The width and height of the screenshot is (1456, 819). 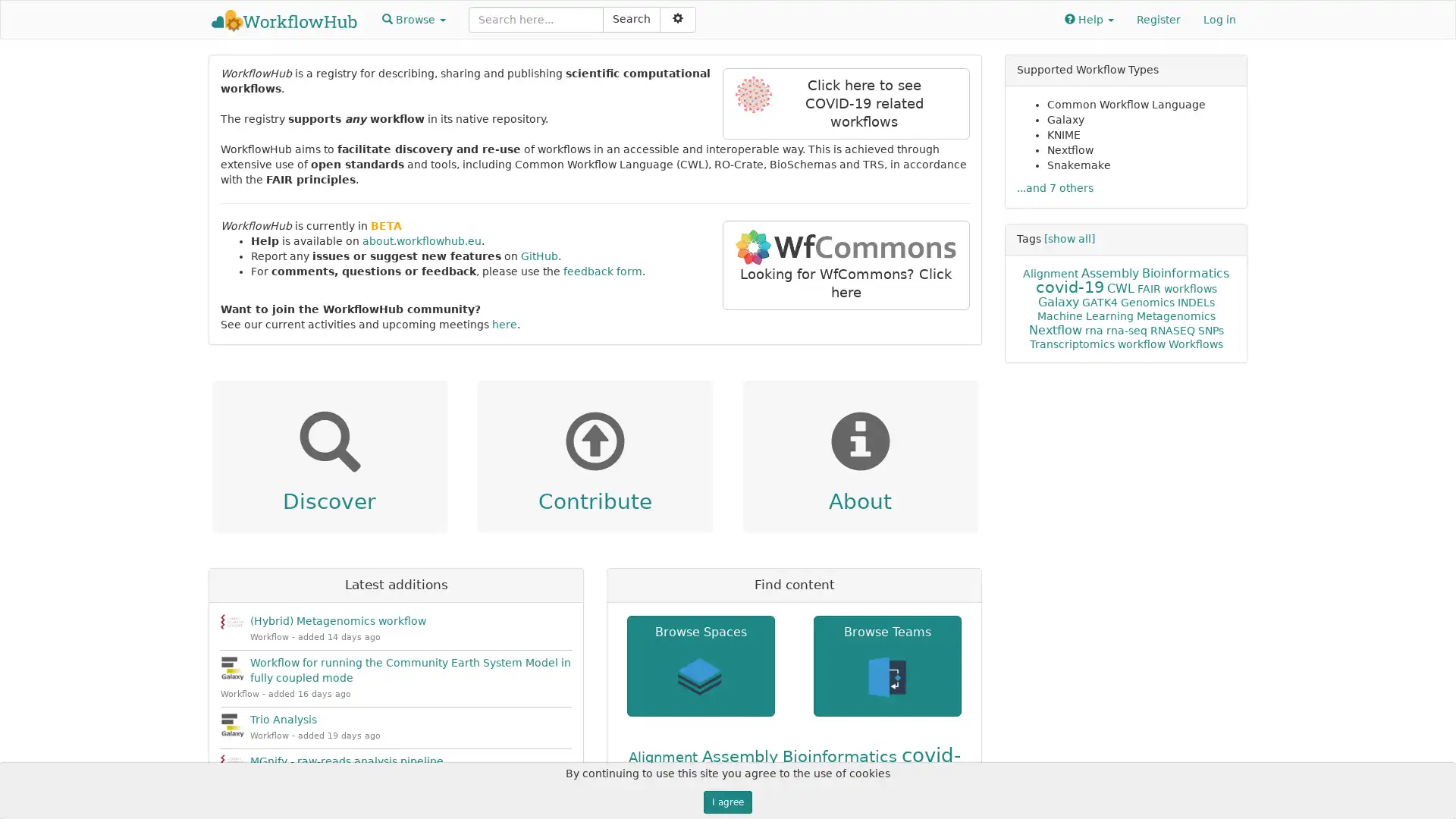 What do you see at coordinates (414, 20) in the screenshot?
I see `Browse` at bounding box center [414, 20].